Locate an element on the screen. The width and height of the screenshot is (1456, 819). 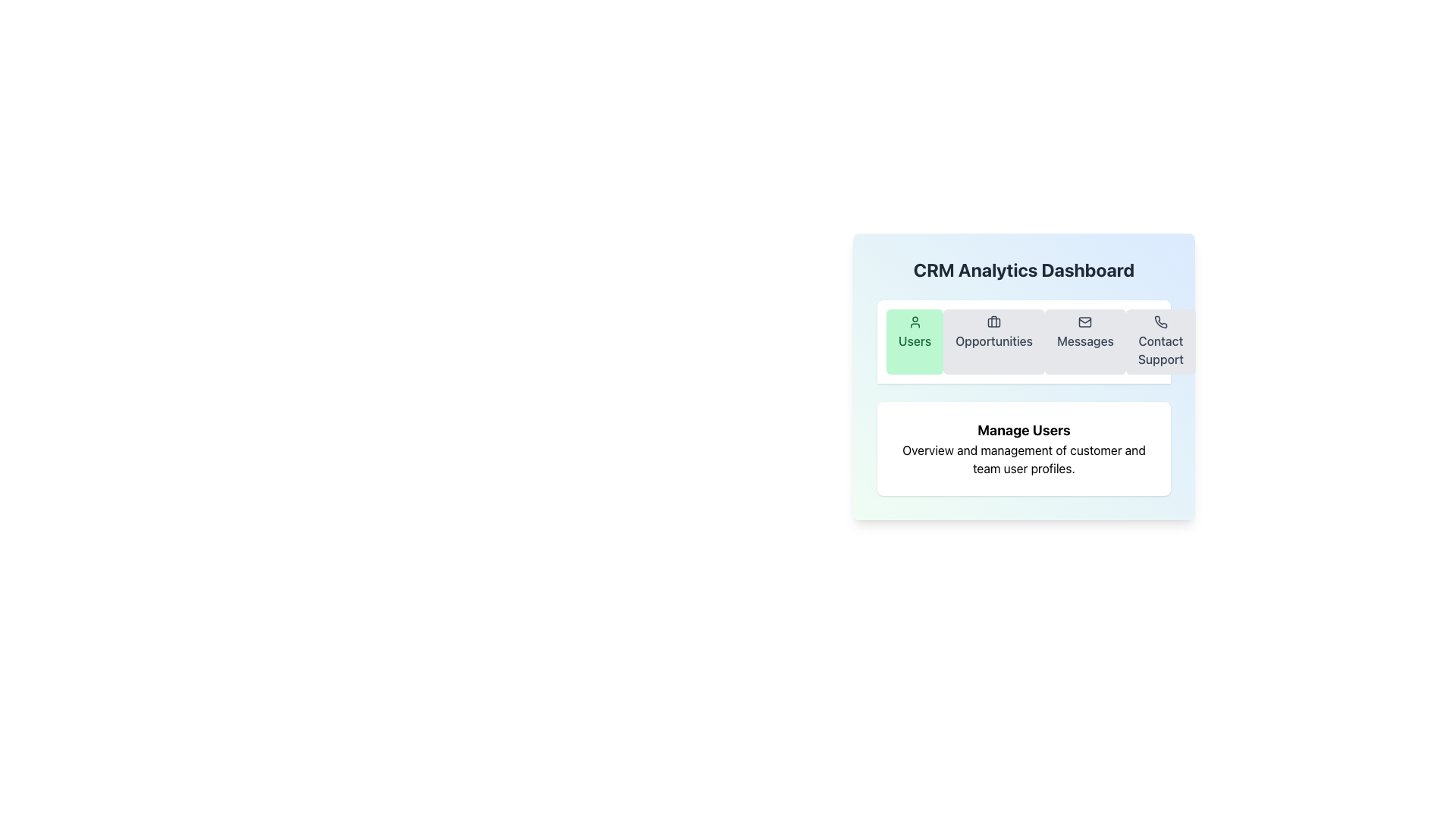
the briefcase icon located at the top center of the 'Opportunities' tab, which is visually paired with the text 'Opportunities' below it is located at coordinates (993, 321).